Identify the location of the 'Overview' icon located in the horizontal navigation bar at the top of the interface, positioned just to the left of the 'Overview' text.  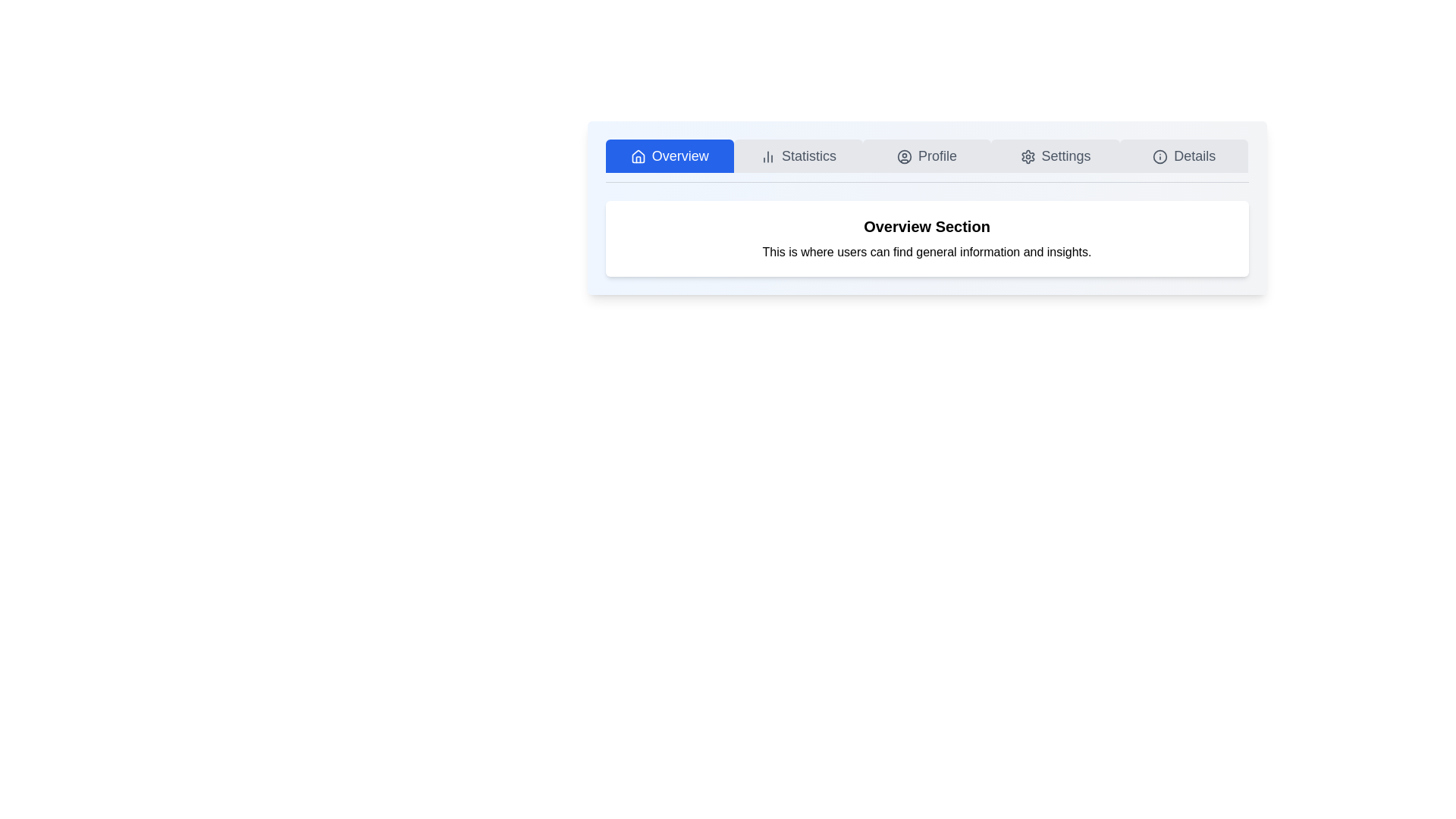
(638, 156).